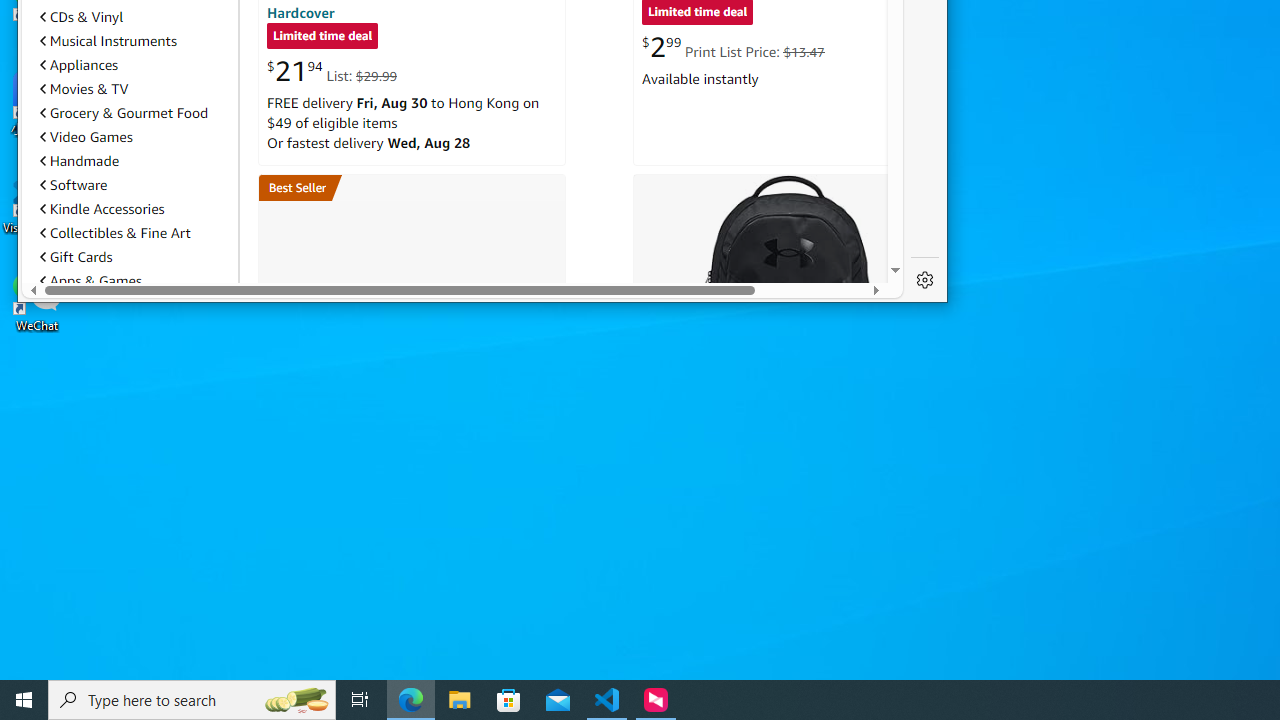  Describe the element at coordinates (76, 255) in the screenshot. I see `'Gift Cards'` at that location.